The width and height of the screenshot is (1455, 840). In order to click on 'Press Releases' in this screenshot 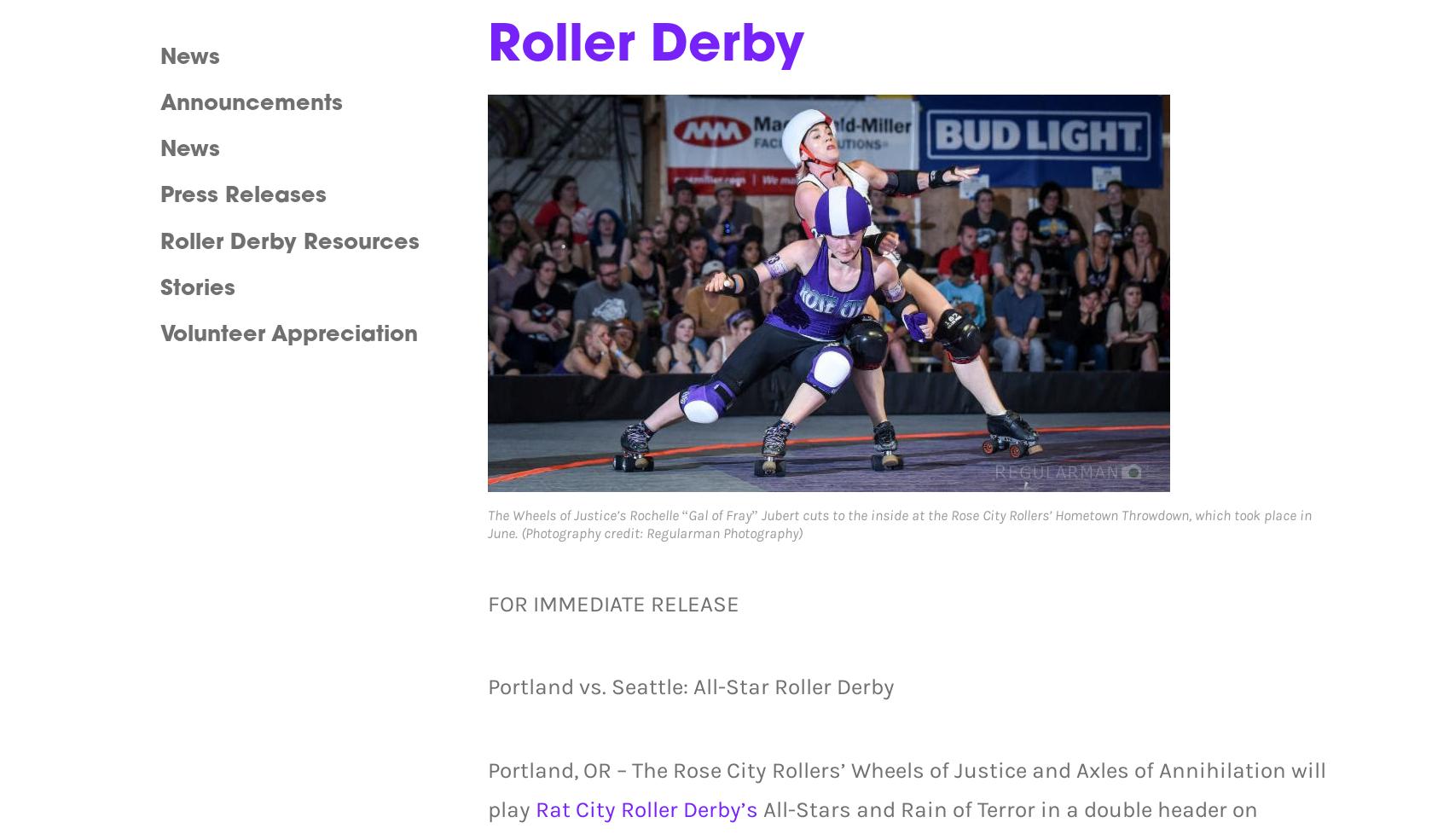, I will do `click(242, 195)`.